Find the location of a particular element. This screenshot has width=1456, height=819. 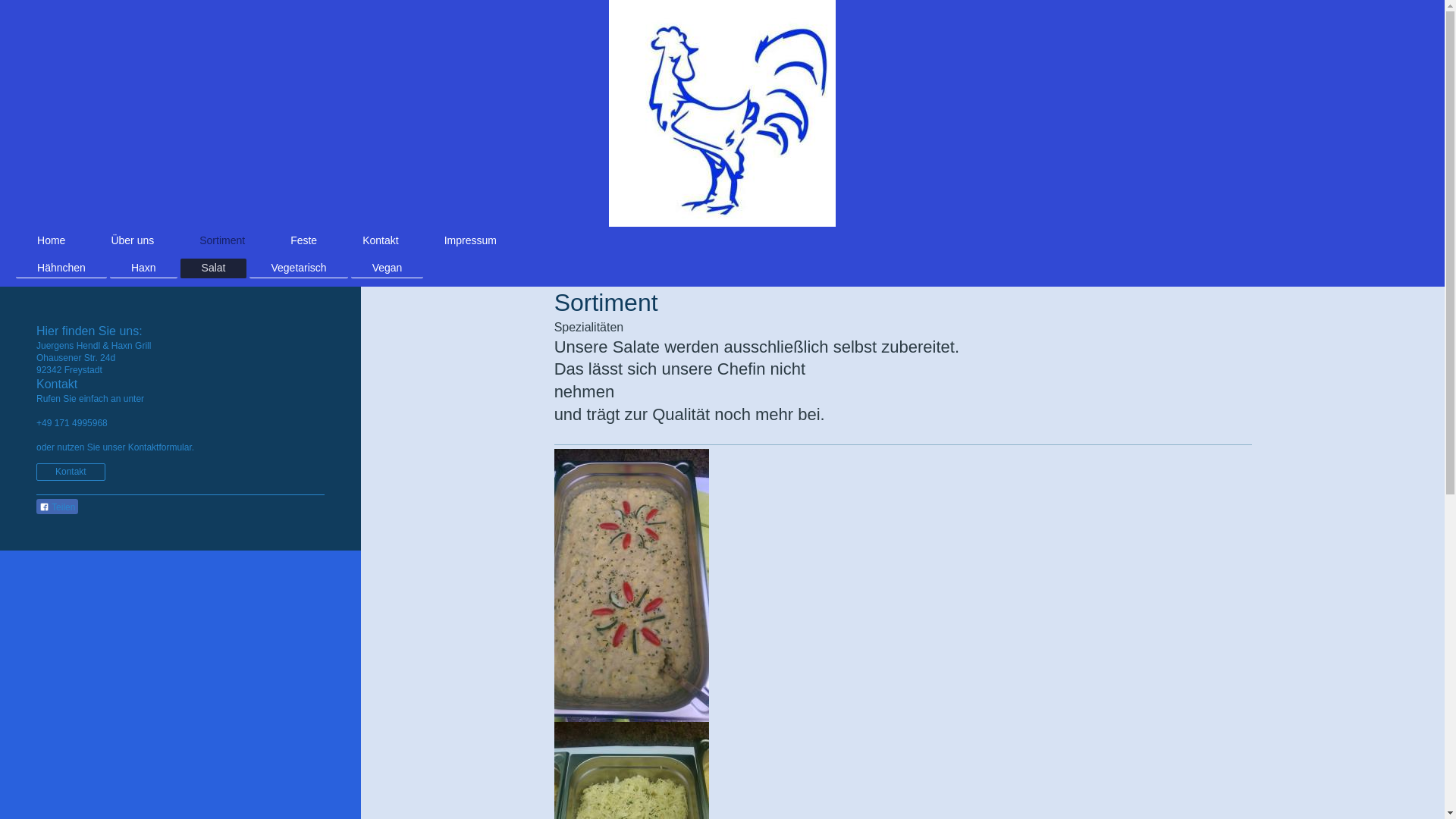

'Feste' is located at coordinates (269, 239).